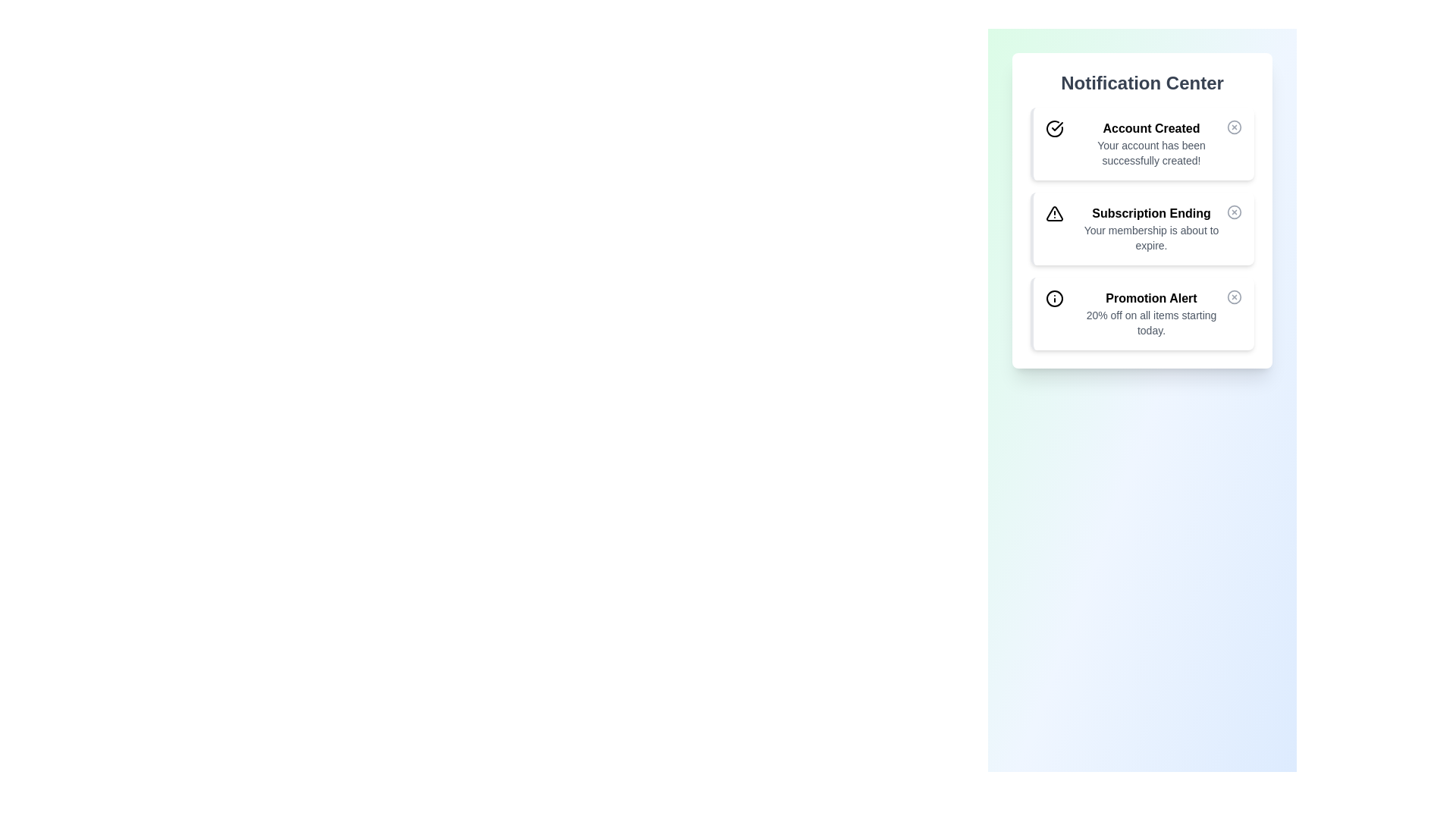  I want to click on text from the descriptive message Text Label located in the third notification section of the Notification Center panel, right below the title 'Promotion Alert', so click(1151, 322).